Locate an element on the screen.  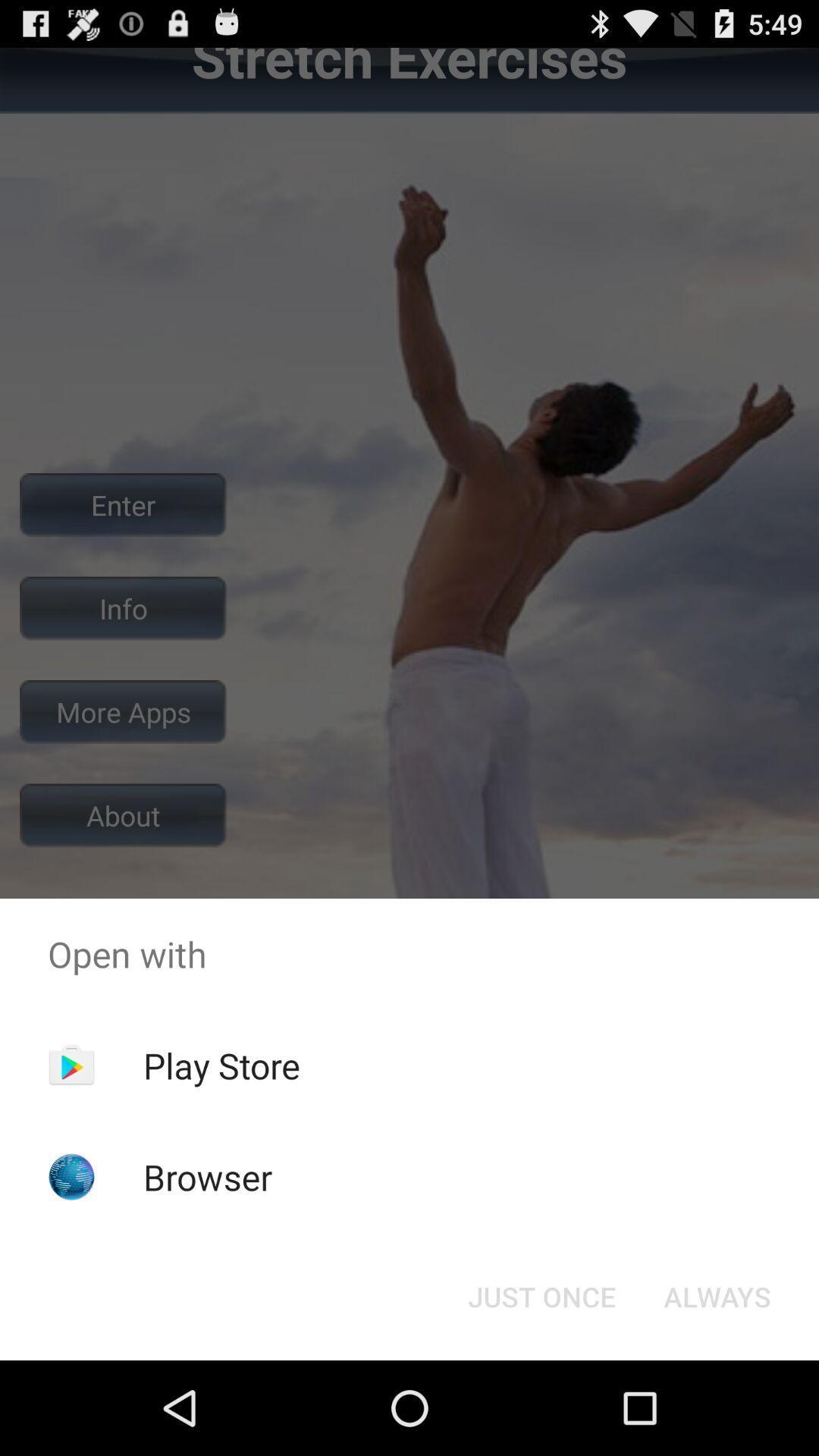
icon next to the just once is located at coordinates (717, 1295).